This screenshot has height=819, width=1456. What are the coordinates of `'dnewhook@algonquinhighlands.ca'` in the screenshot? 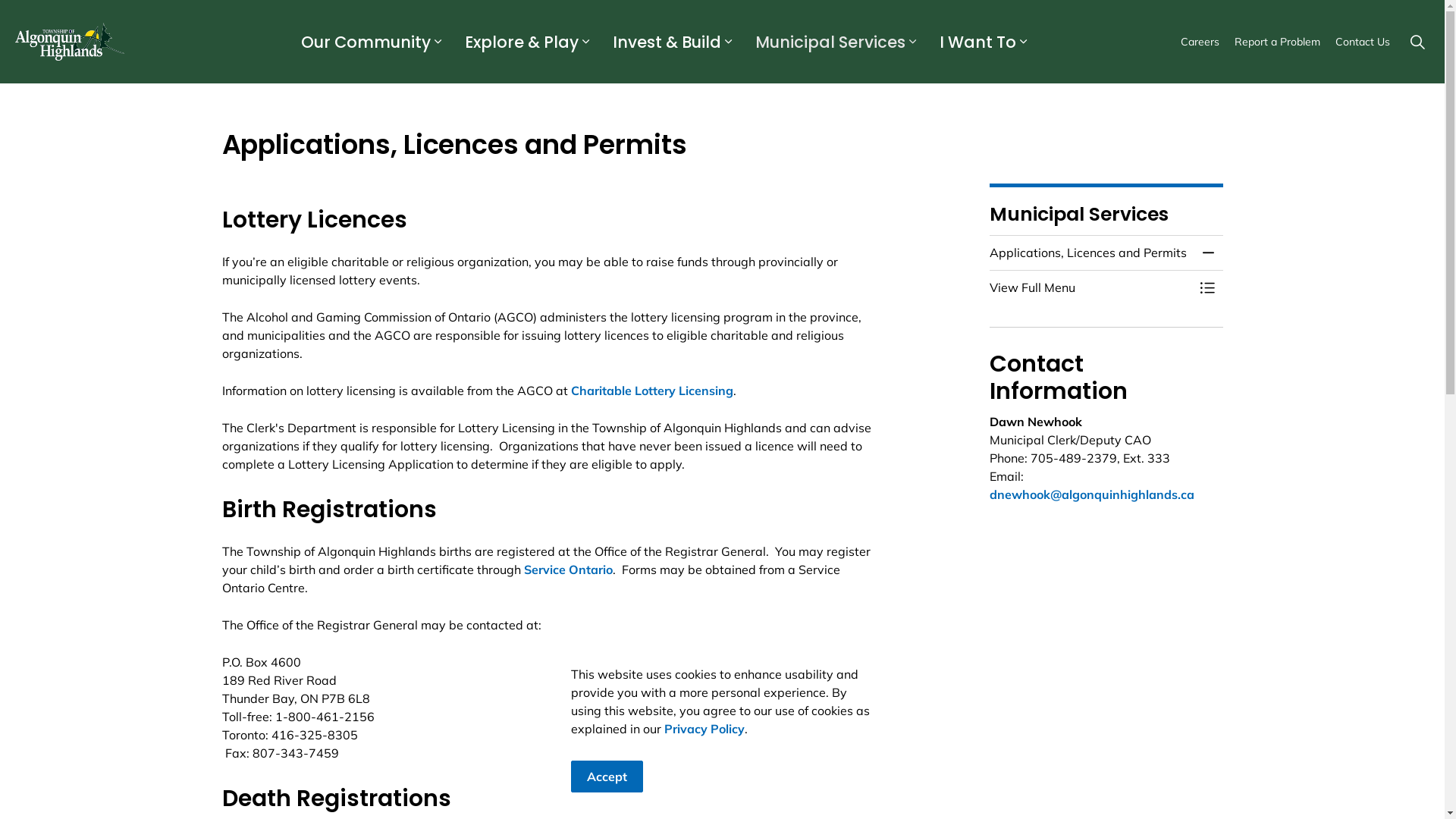 It's located at (1092, 494).